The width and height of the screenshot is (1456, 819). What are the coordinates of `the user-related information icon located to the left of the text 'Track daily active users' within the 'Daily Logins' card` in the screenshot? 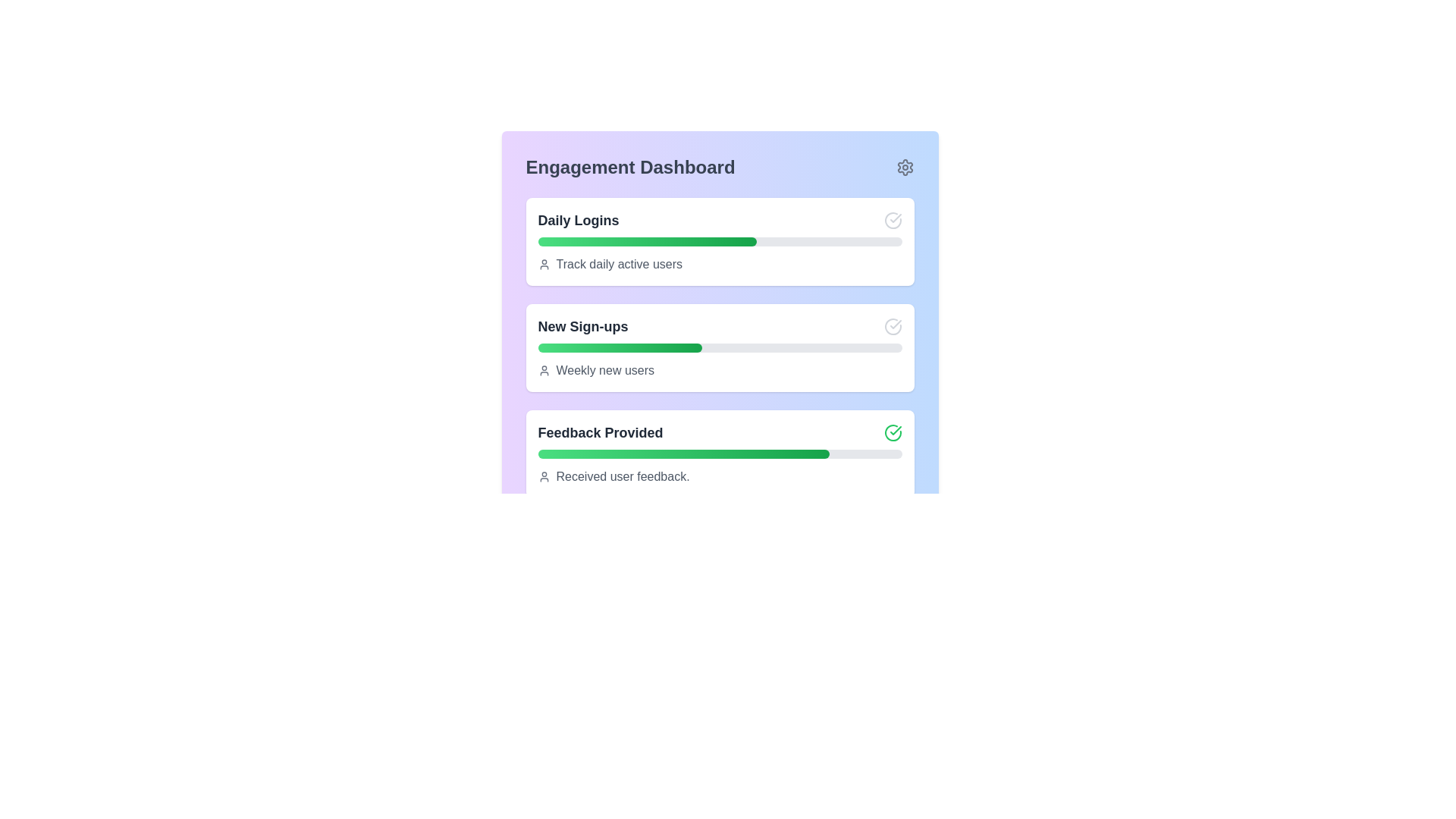 It's located at (544, 263).